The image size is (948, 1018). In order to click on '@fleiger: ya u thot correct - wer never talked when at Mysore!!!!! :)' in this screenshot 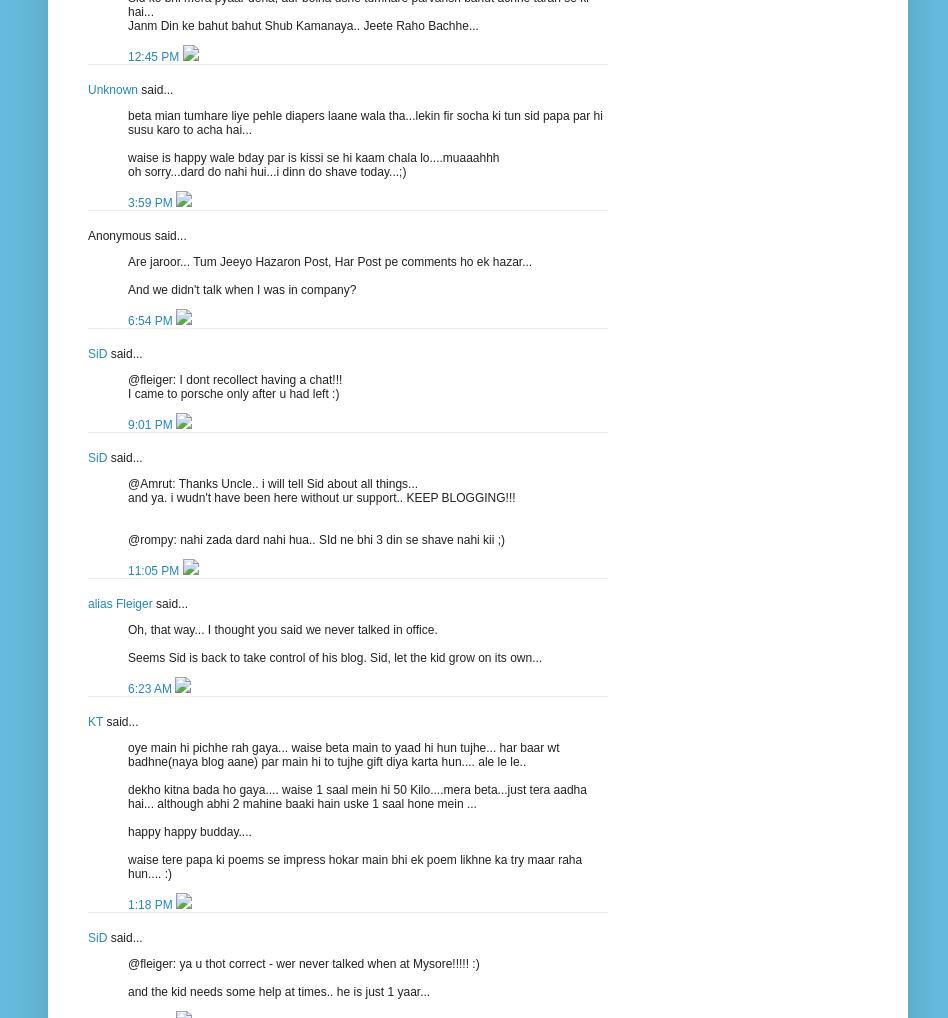, I will do `click(303, 962)`.